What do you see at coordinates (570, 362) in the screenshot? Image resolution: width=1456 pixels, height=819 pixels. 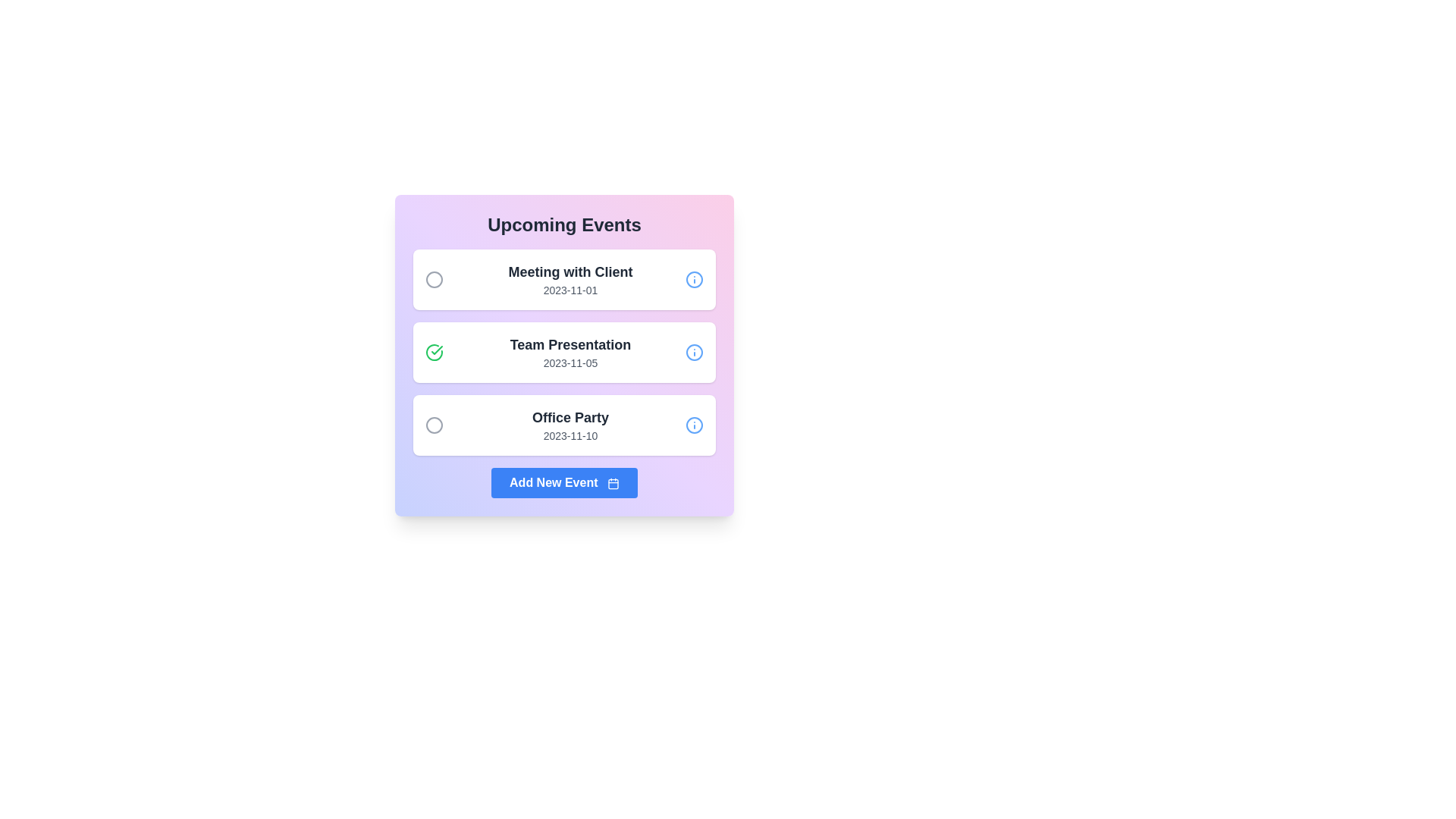 I see `the text label displaying the date '2023-11-05', which is located below the 'Team Presentation' label` at bounding box center [570, 362].